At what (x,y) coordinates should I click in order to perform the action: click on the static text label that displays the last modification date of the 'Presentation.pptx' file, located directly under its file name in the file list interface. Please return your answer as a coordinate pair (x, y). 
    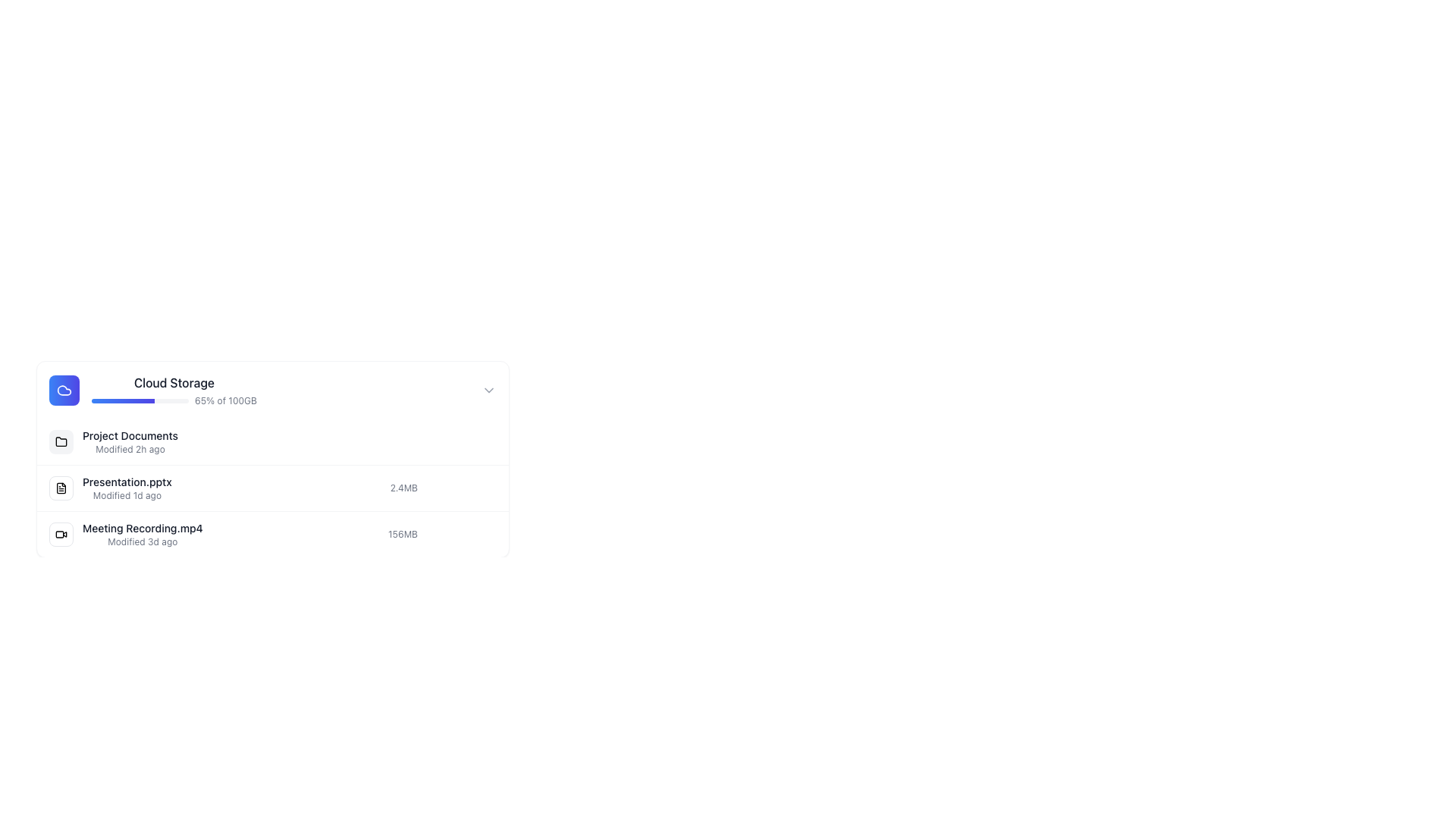
    Looking at the image, I should click on (127, 496).